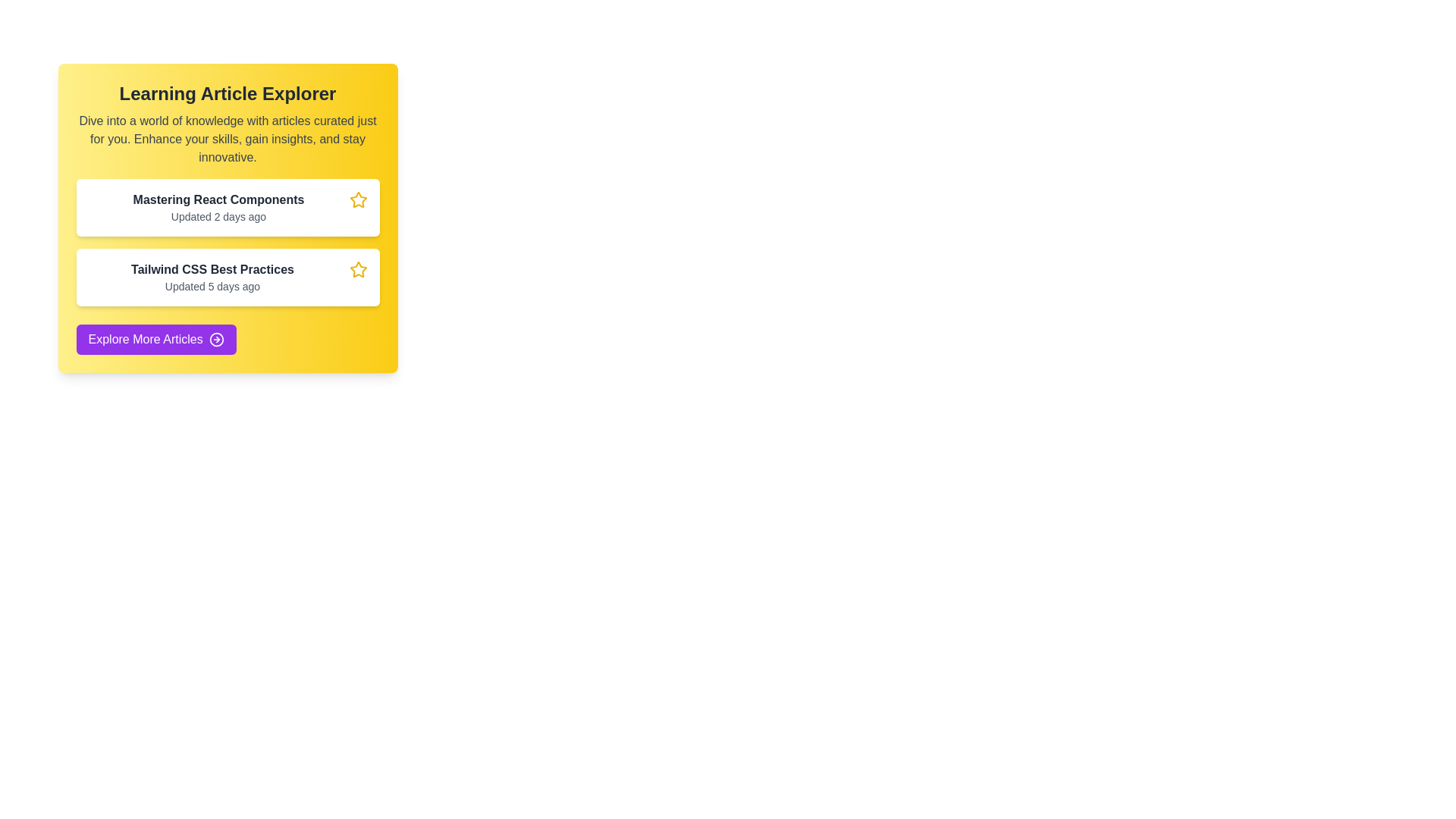  I want to click on the section title 'Learning Article Explorer', which is displayed in large, bold, dark text at the top of a card with a yellow gradient background, so click(227, 93).